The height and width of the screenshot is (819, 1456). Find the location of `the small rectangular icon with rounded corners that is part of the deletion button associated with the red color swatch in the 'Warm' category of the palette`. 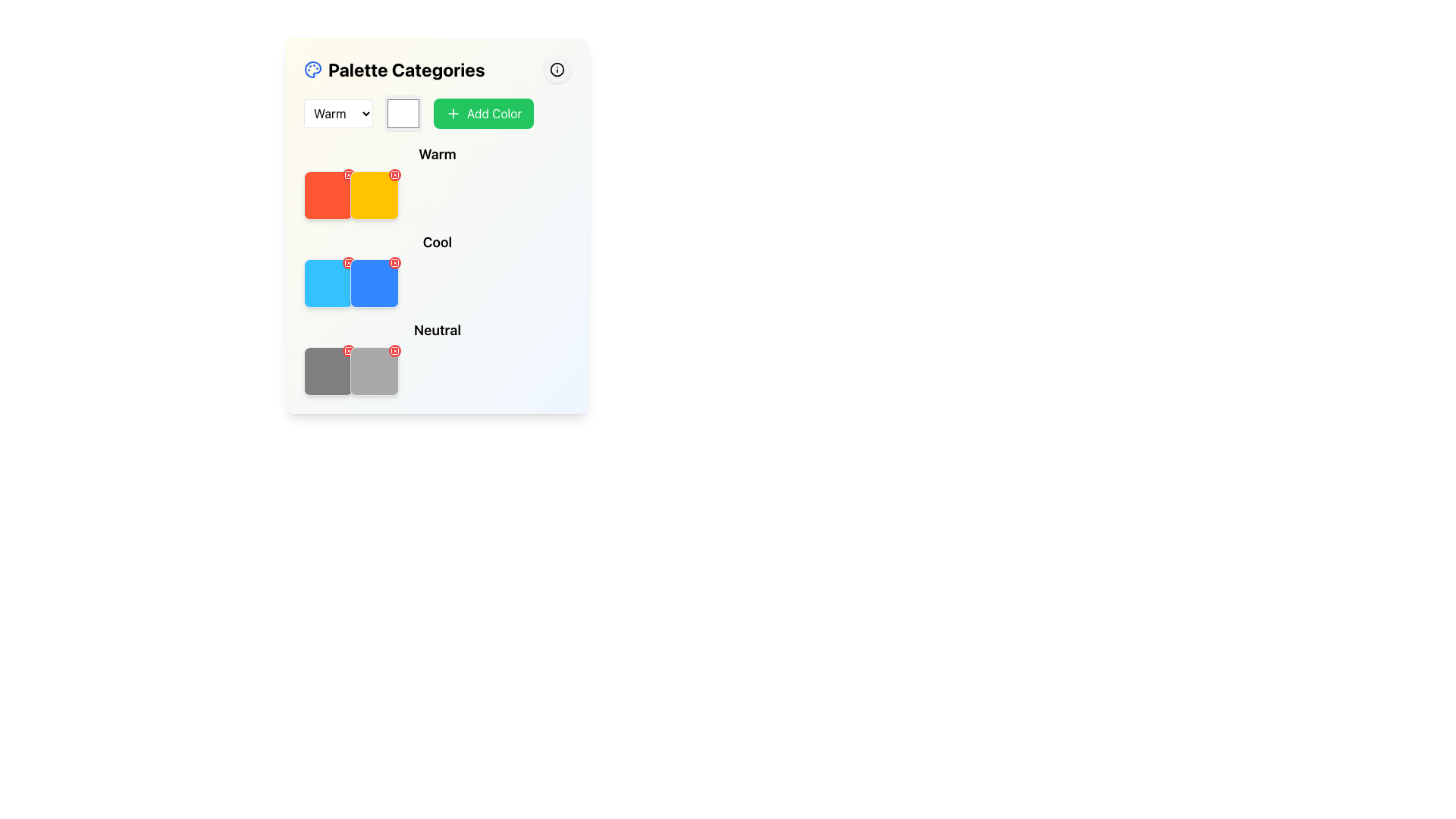

the small rectangular icon with rounded corners that is part of the deletion button associated with the red color swatch in the 'Warm' category of the palette is located at coordinates (348, 174).